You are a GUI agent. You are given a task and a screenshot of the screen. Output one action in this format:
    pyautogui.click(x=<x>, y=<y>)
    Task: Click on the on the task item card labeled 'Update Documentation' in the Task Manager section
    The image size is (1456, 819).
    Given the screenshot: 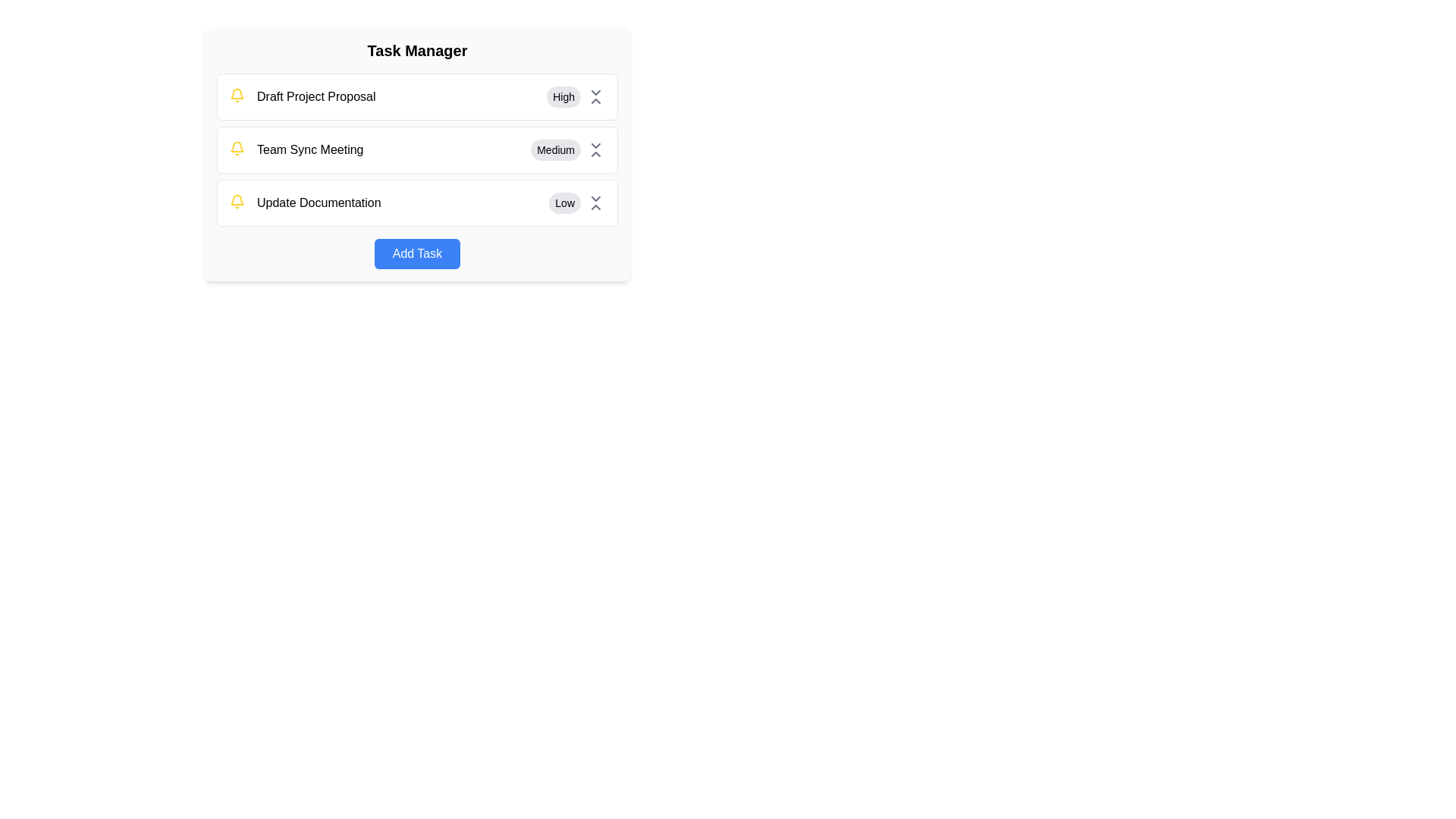 What is the action you would take?
    pyautogui.click(x=417, y=202)
    